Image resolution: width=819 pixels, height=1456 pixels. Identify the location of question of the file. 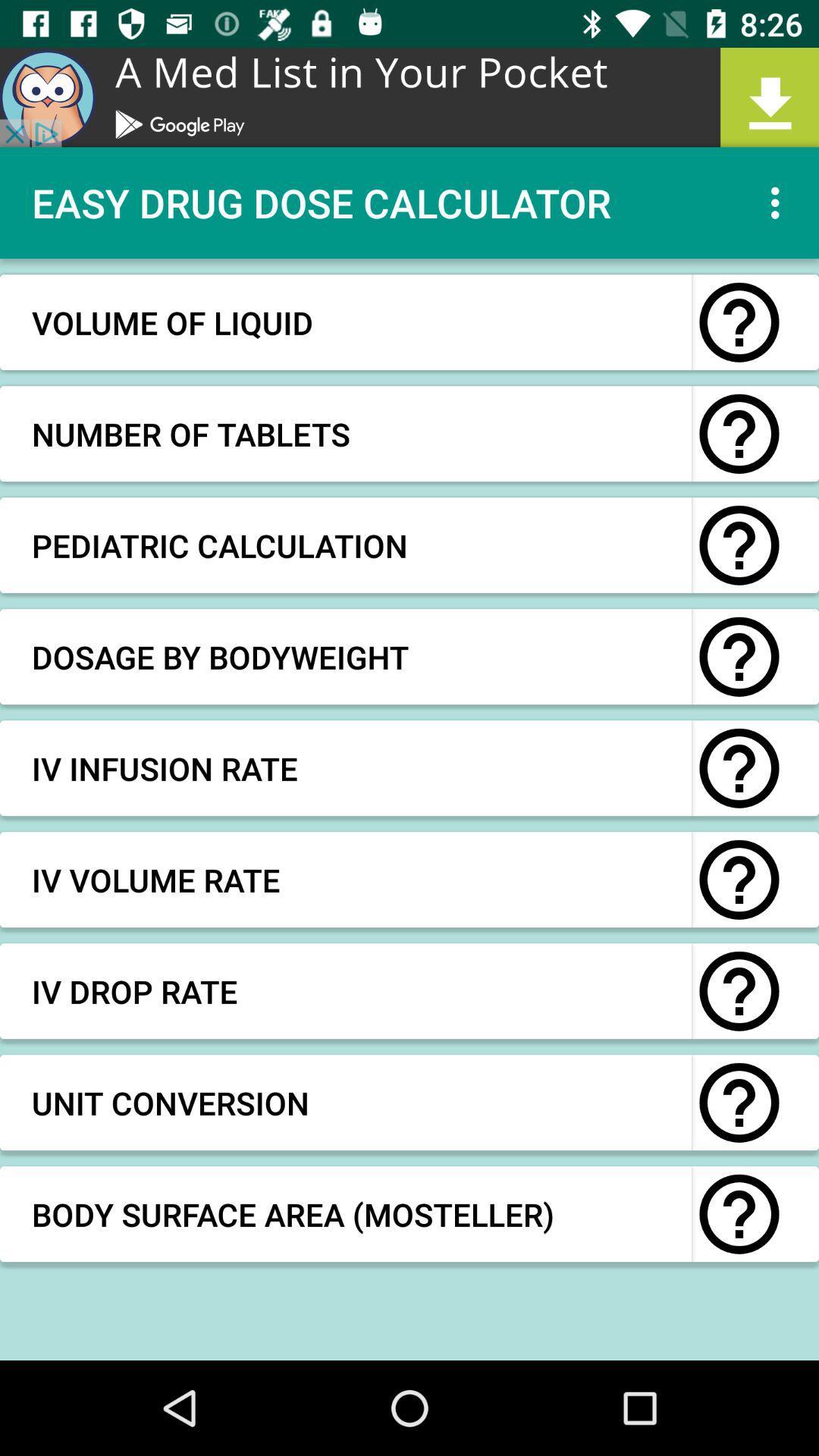
(739, 1103).